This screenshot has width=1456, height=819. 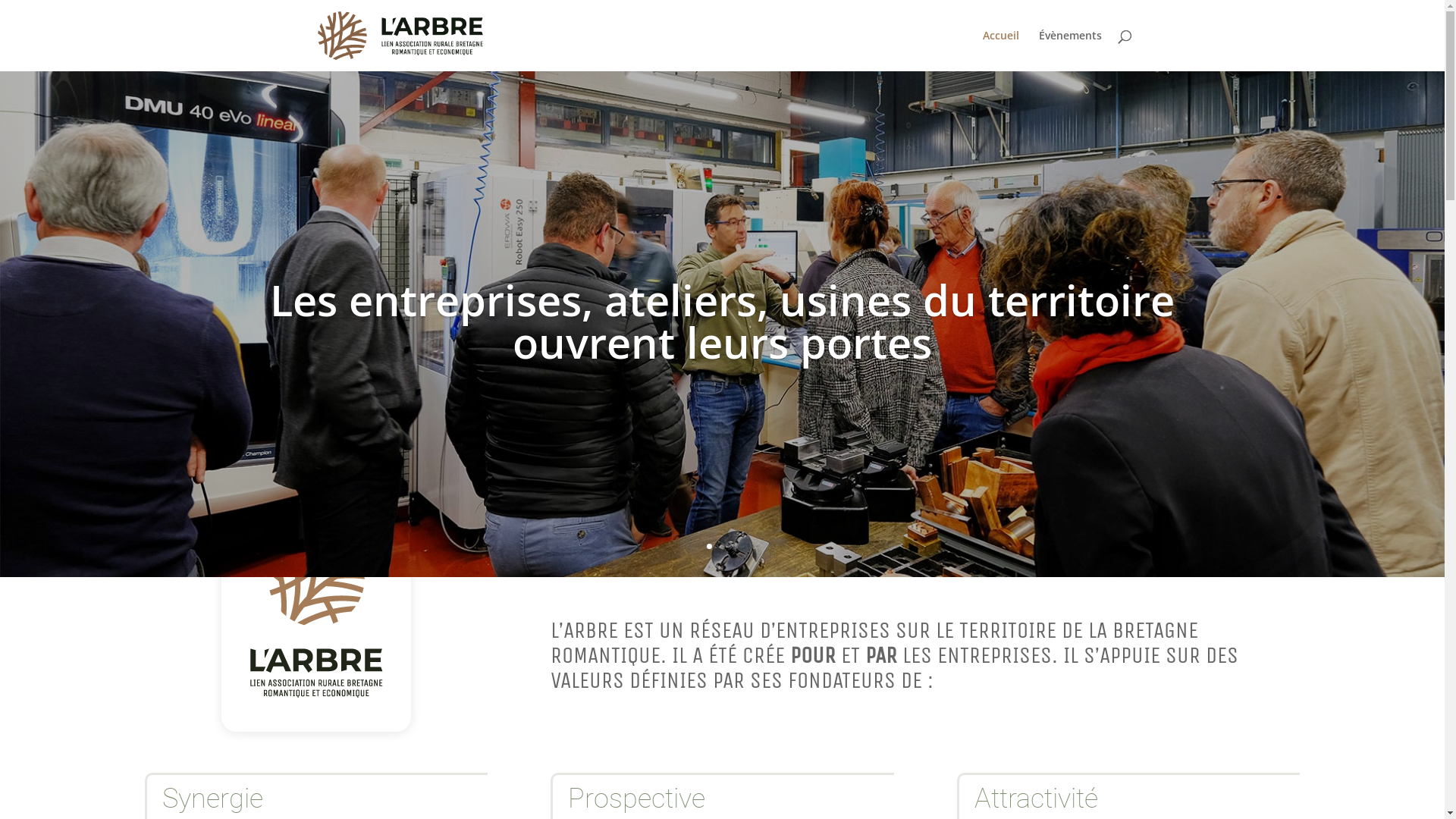 What do you see at coordinates (732, 546) in the screenshot?
I see `'3'` at bounding box center [732, 546].